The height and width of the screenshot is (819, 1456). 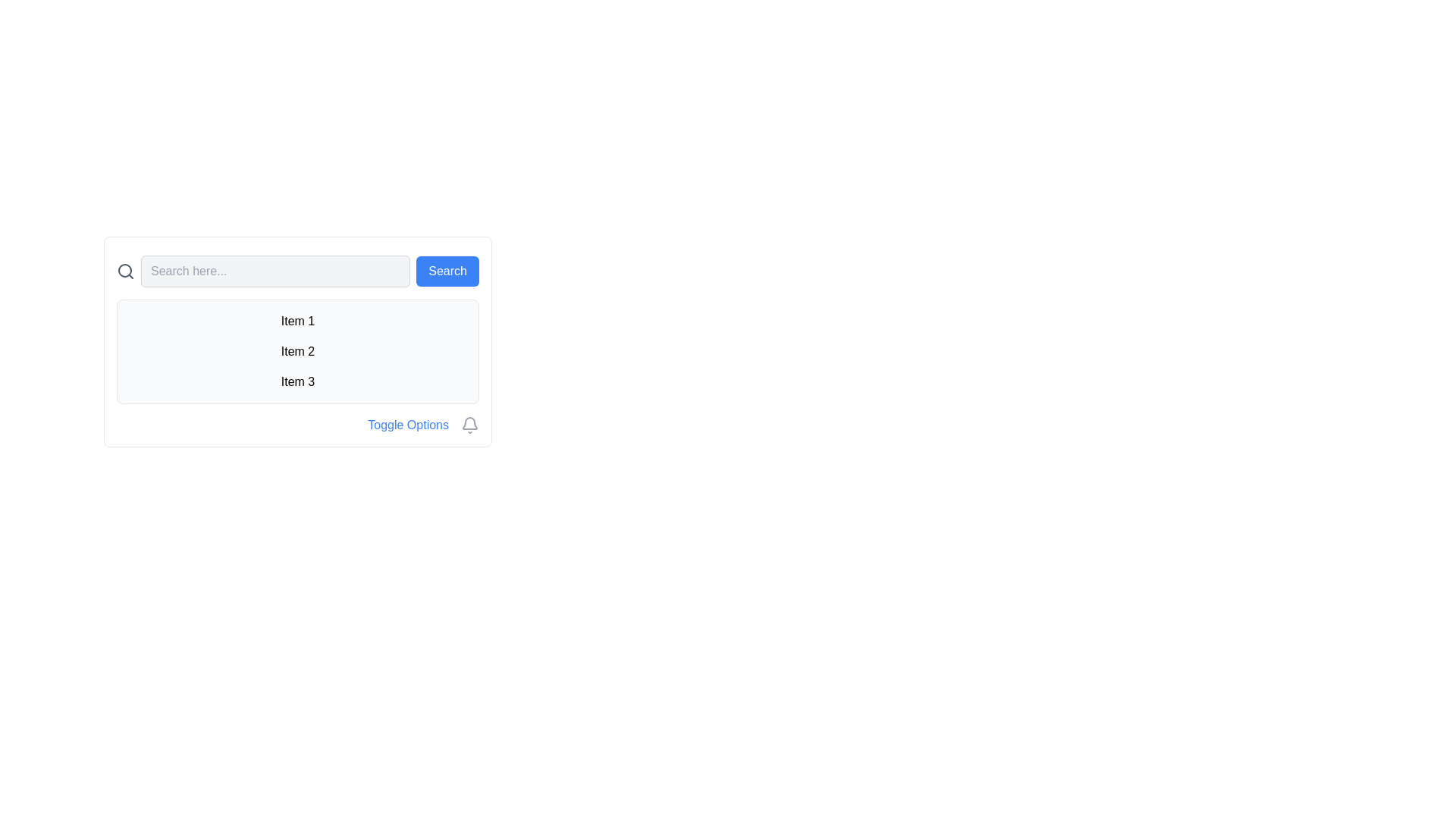 I want to click on the list item with the text 'Item 1', so click(x=298, y=321).